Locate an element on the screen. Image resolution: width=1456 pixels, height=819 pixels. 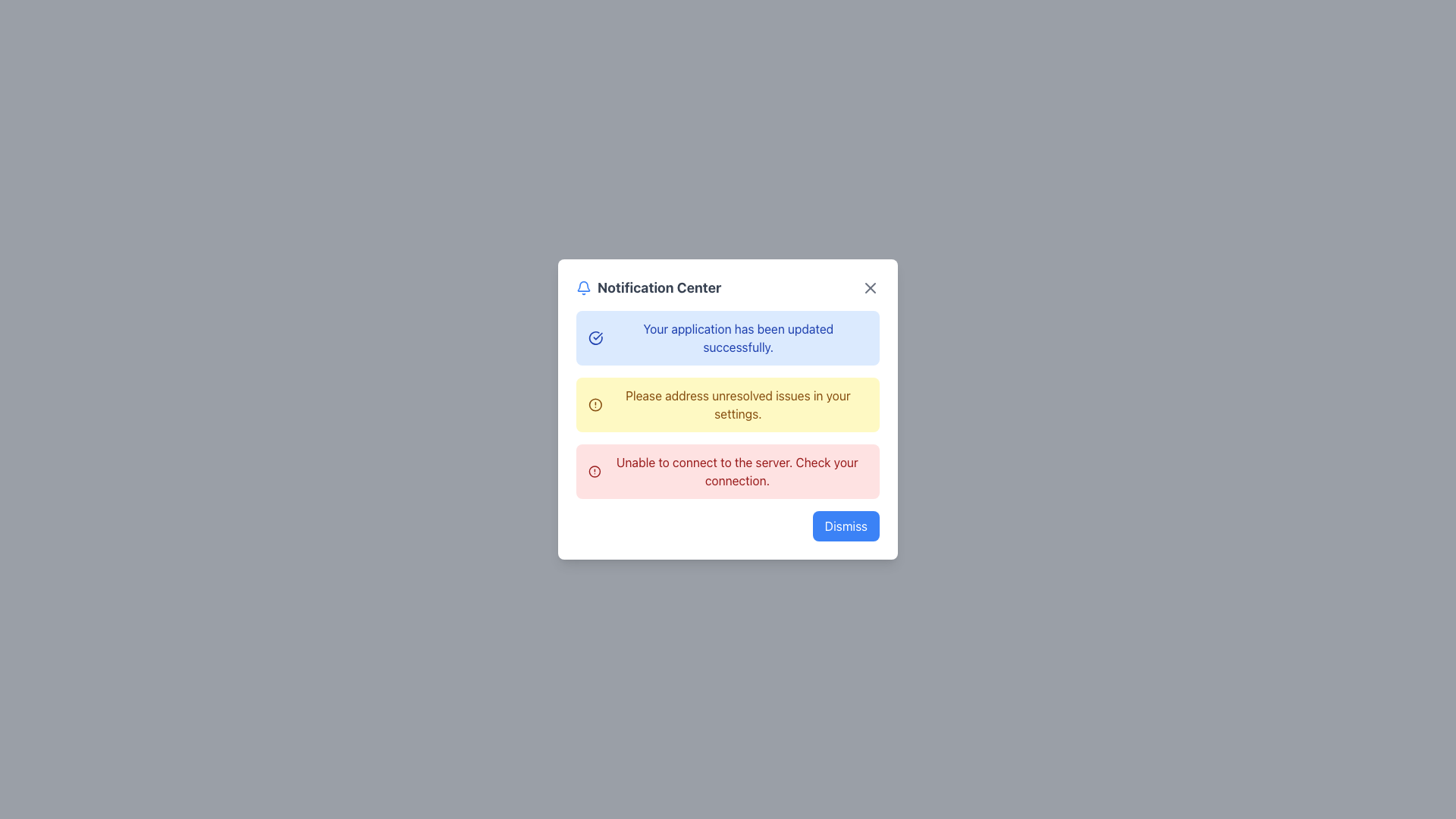
the error icon located in the notification dialog adjacent to the text 'Unable to connect to the server. Check your connection' is located at coordinates (594, 470).